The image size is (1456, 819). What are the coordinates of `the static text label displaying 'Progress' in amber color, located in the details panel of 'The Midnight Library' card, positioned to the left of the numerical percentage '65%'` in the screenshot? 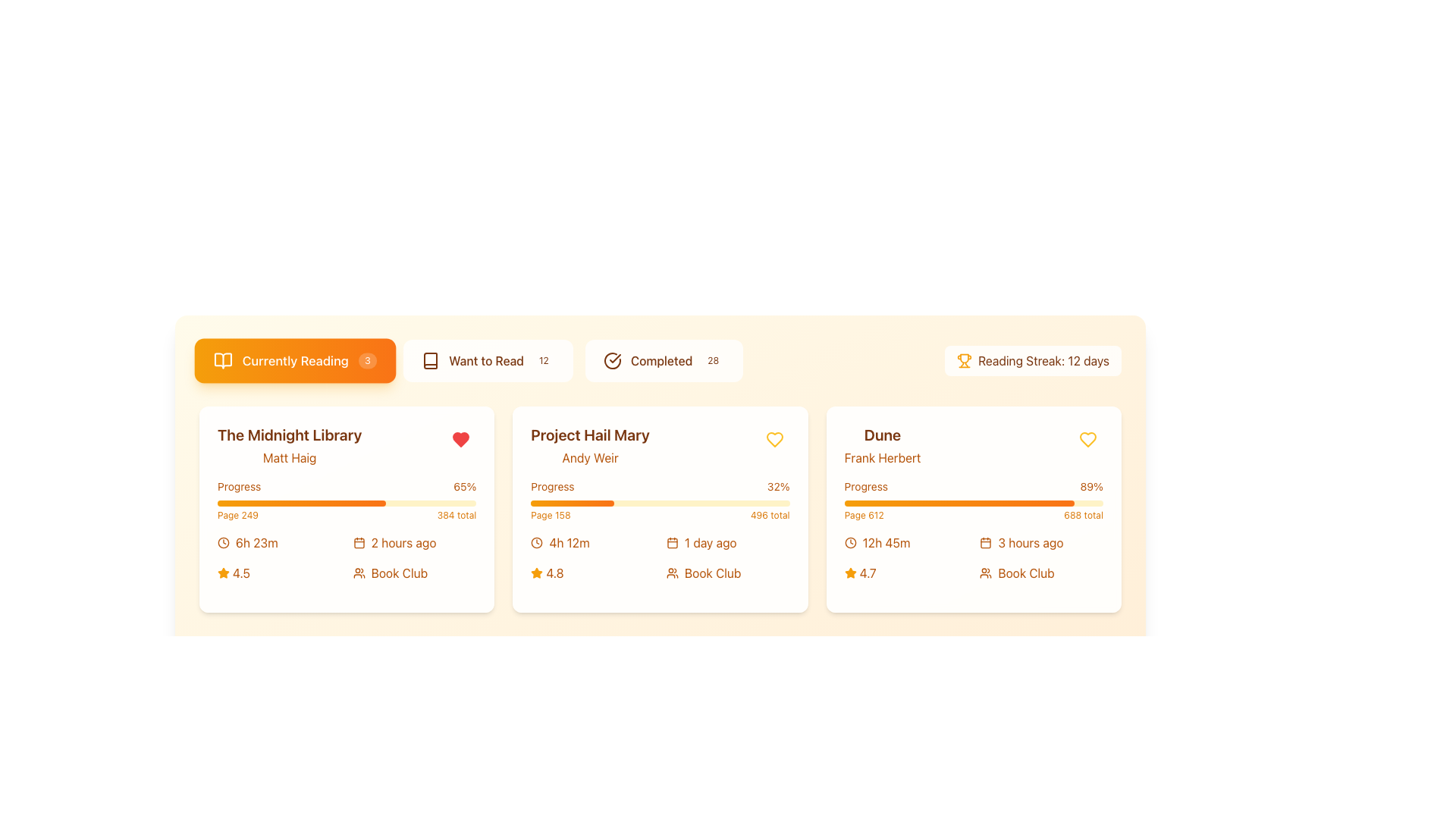 It's located at (238, 486).